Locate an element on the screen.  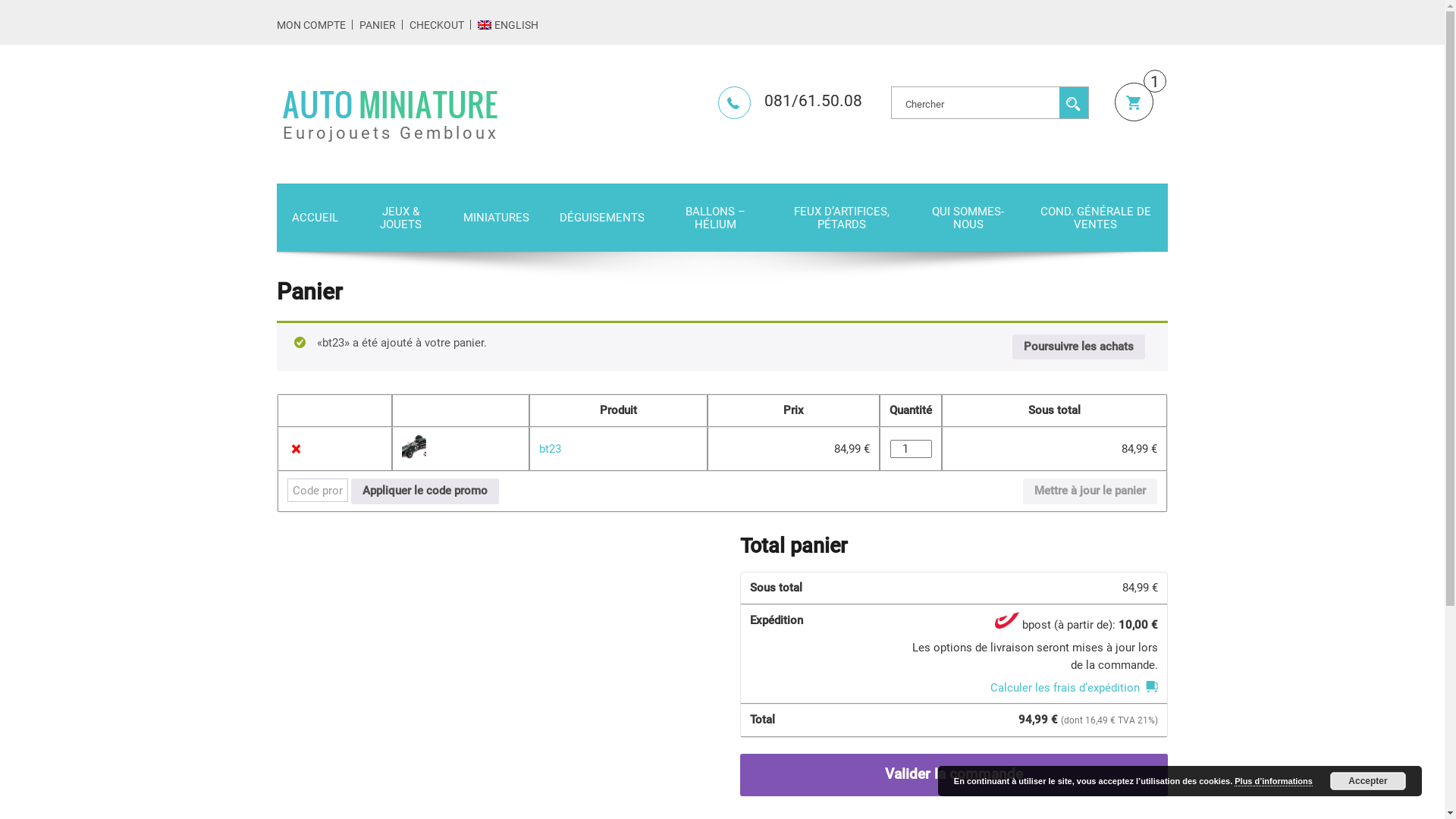
'Poursuivre les achats' is located at coordinates (1078, 347).